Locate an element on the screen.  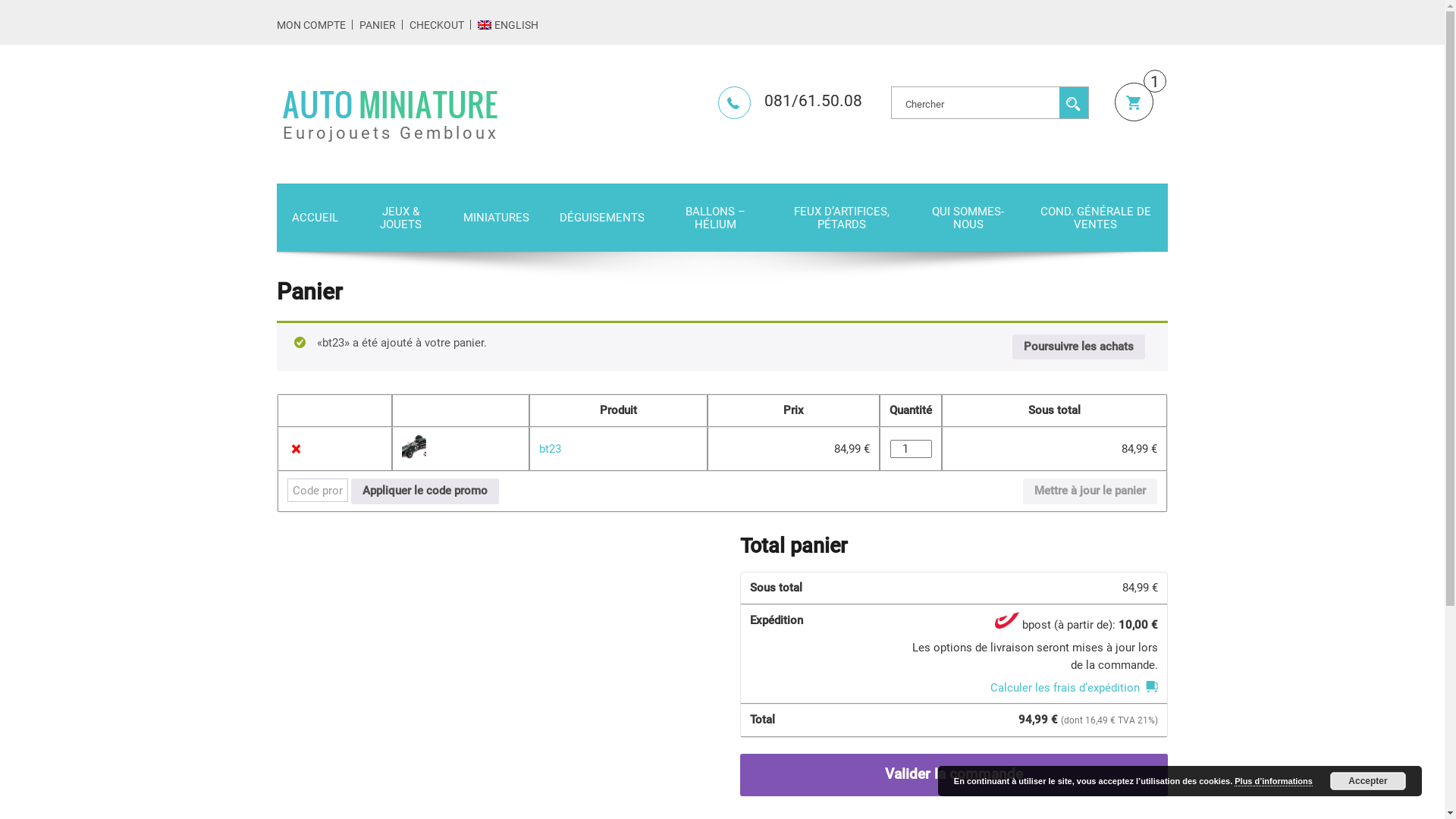
'Poursuivre les achats' is located at coordinates (1078, 347).